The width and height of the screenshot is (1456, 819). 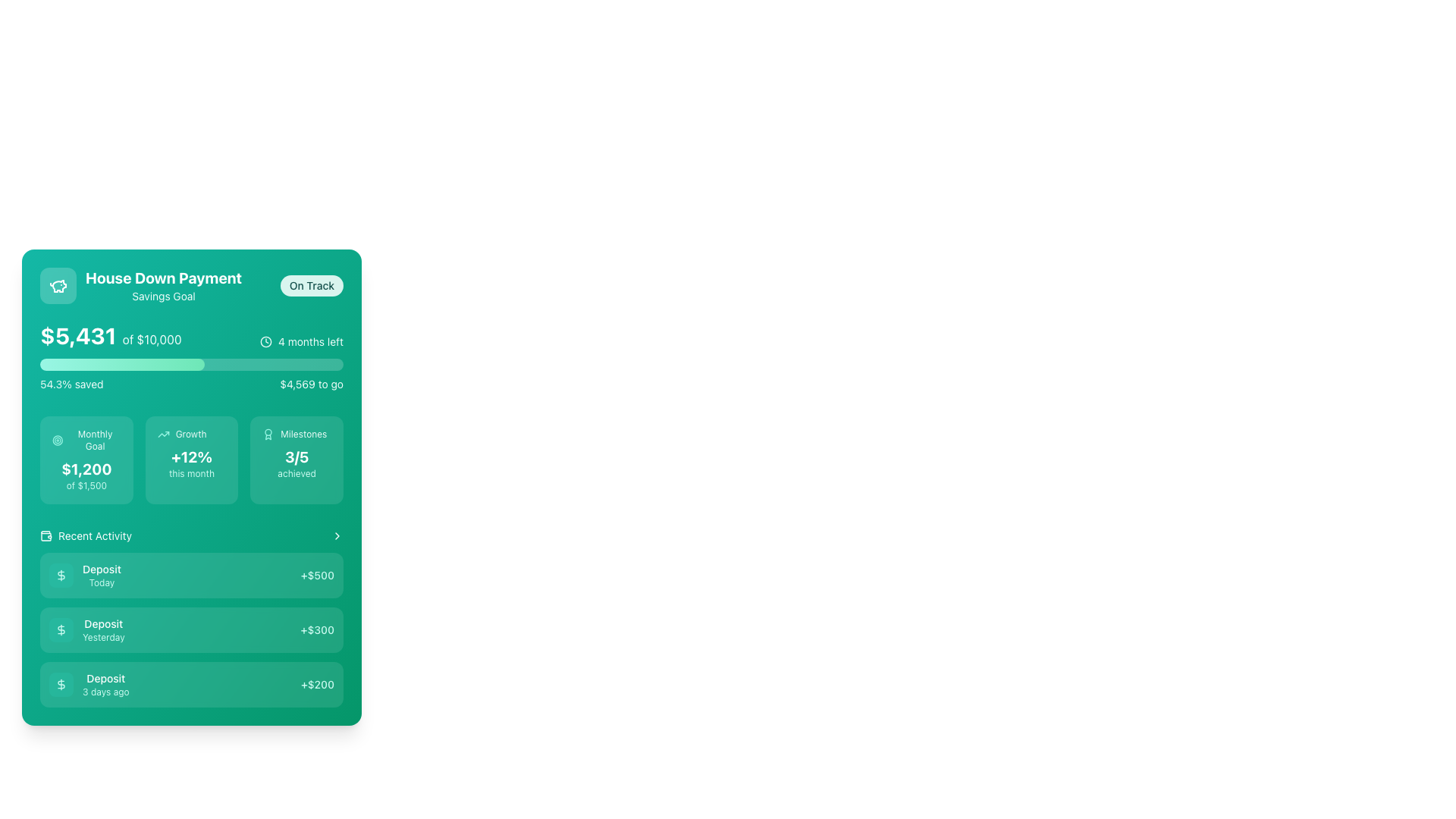 What do you see at coordinates (101, 576) in the screenshot?
I see `the 'Deposit' text label in the recent activity log that indicates a transaction that occurred today` at bounding box center [101, 576].